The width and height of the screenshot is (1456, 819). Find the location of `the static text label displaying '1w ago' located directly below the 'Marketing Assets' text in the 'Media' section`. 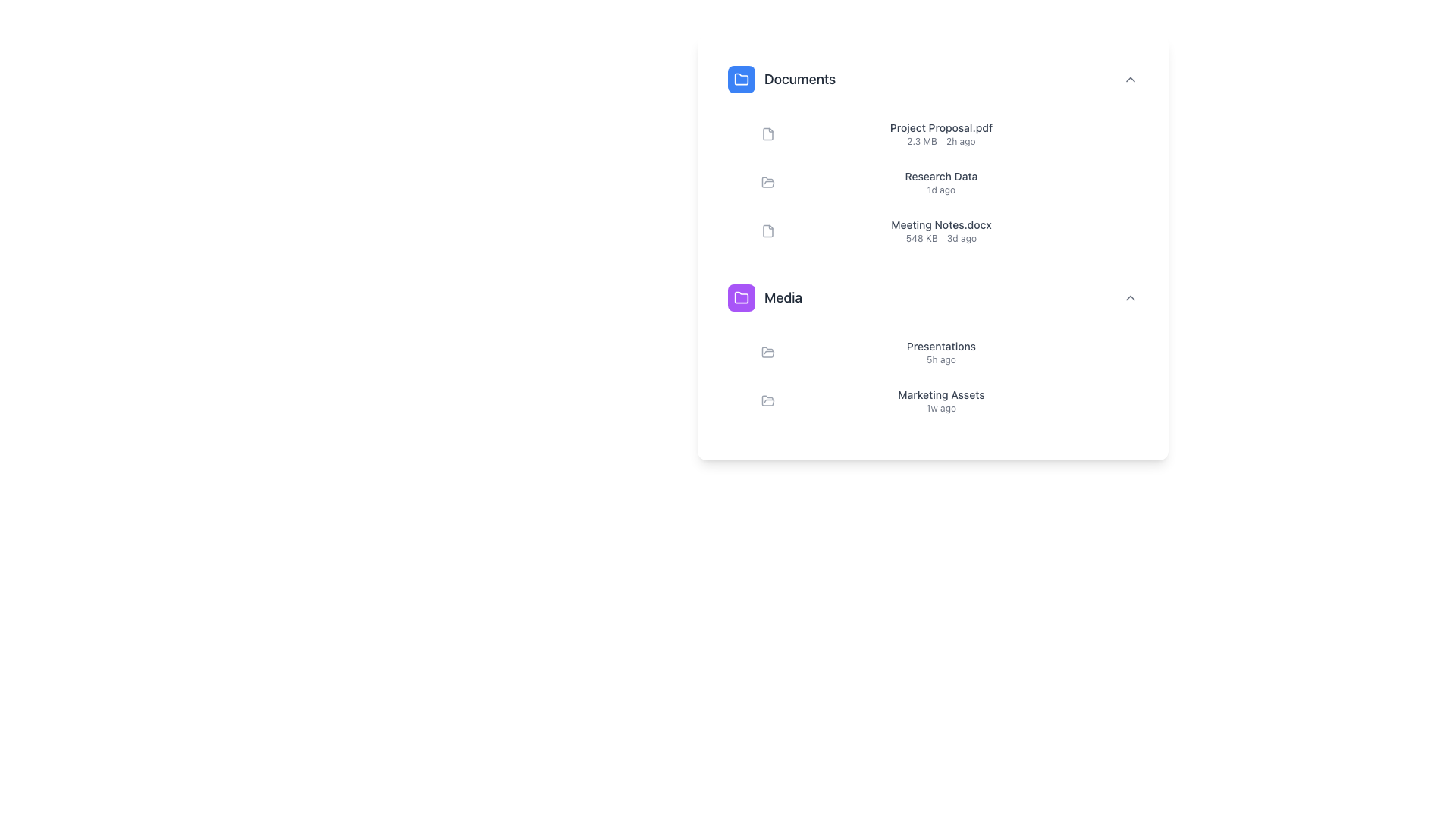

the static text label displaying '1w ago' located directly below the 'Marketing Assets' text in the 'Media' section is located at coordinates (940, 408).